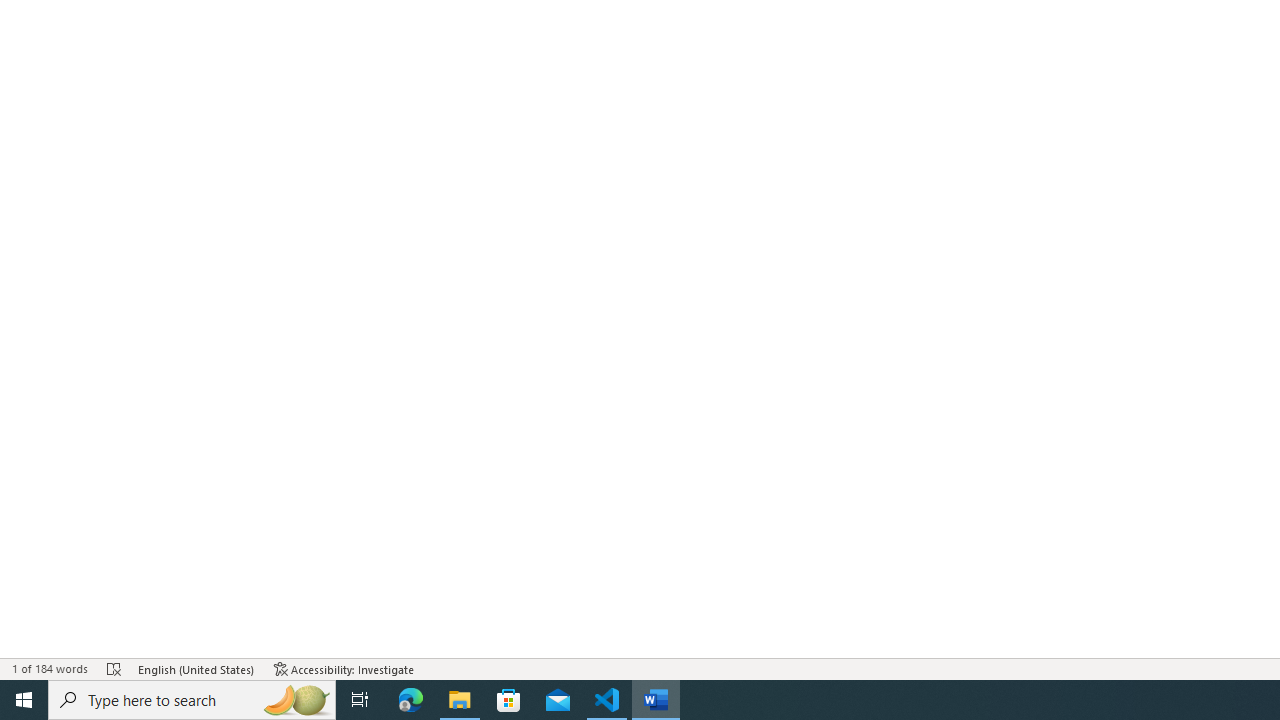  What do you see at coordinates (196, 669) in the screenshot?
I see `'Language English (United States)'` at bounding box center [196, 669].